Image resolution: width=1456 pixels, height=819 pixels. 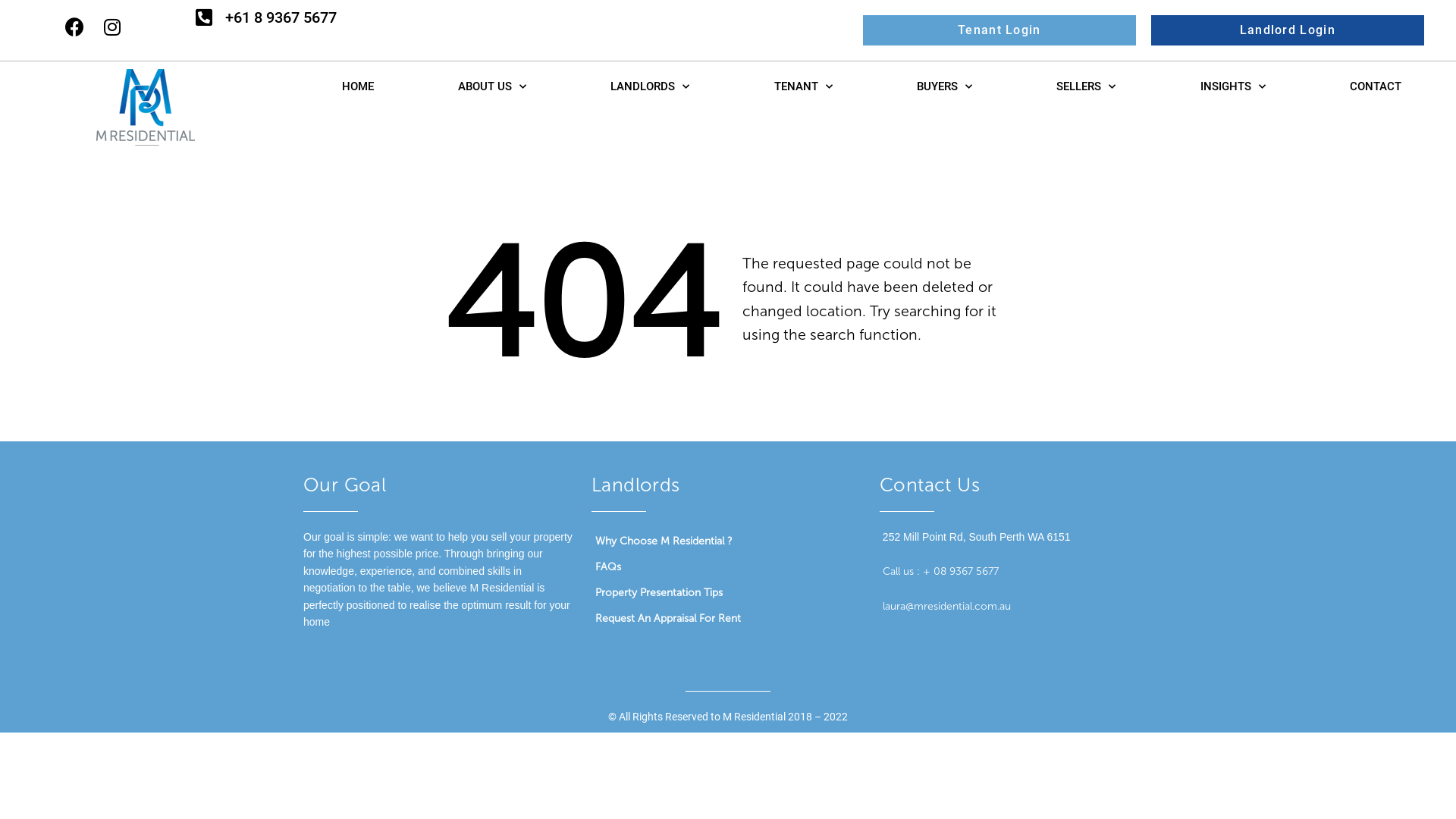 What do you see at coordinates (356, 86) in the screenshot?
I see `'HOME'` at bounding box center [356, 86].